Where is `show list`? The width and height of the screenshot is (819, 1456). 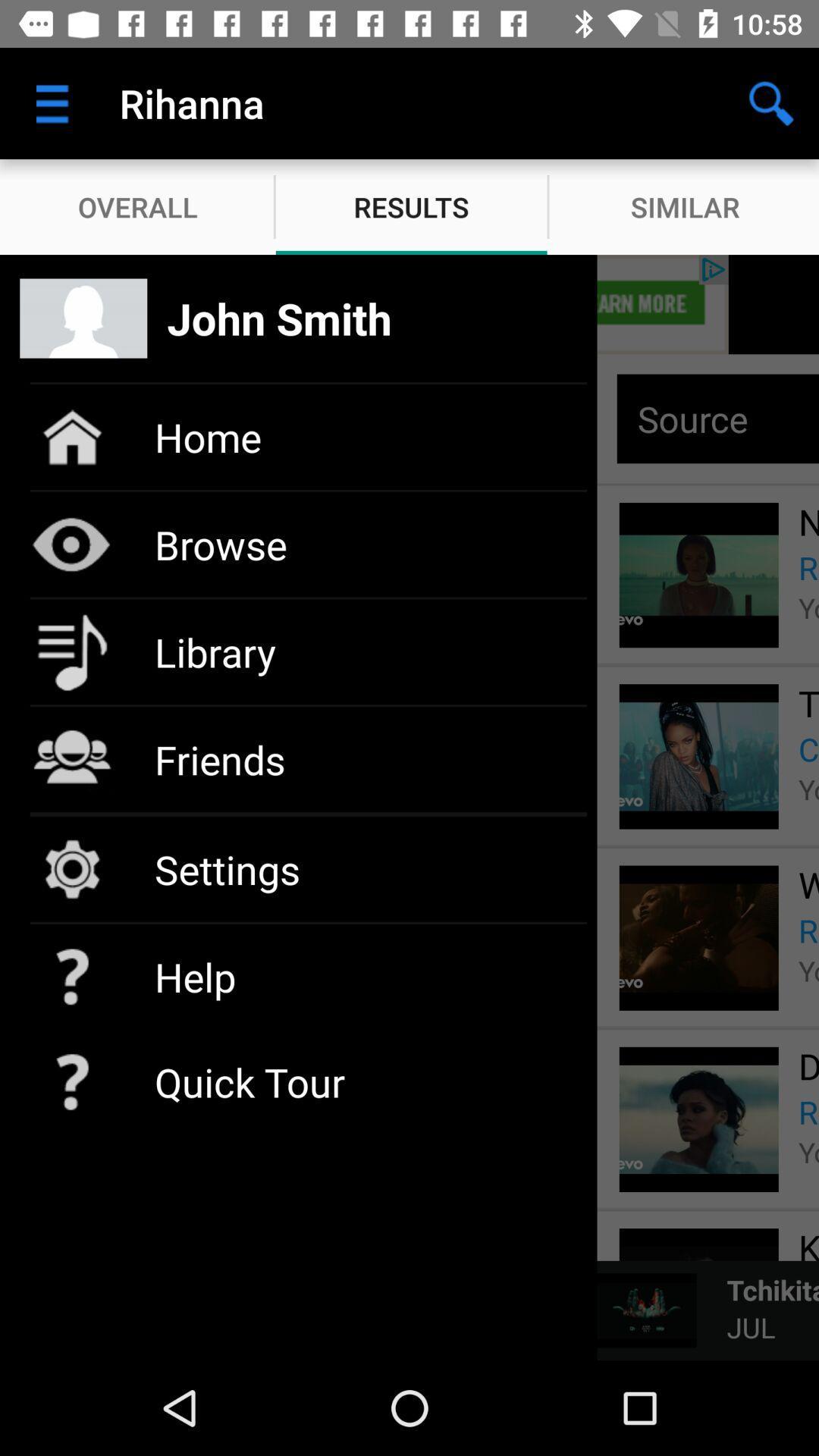 show list is located at coordinates (409, 303).